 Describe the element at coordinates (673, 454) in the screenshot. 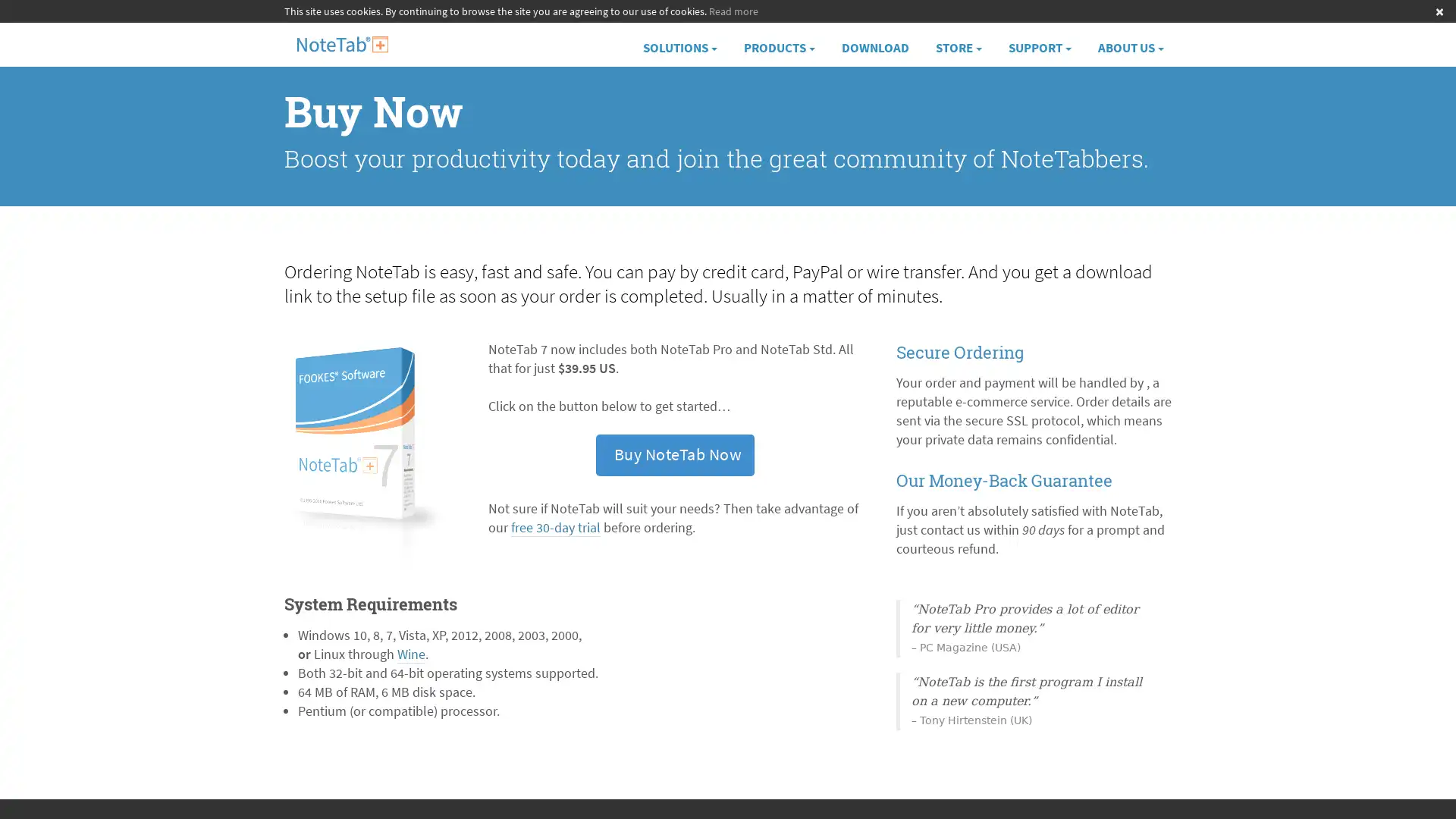

I see `Buy NoteTab Now` at that location.